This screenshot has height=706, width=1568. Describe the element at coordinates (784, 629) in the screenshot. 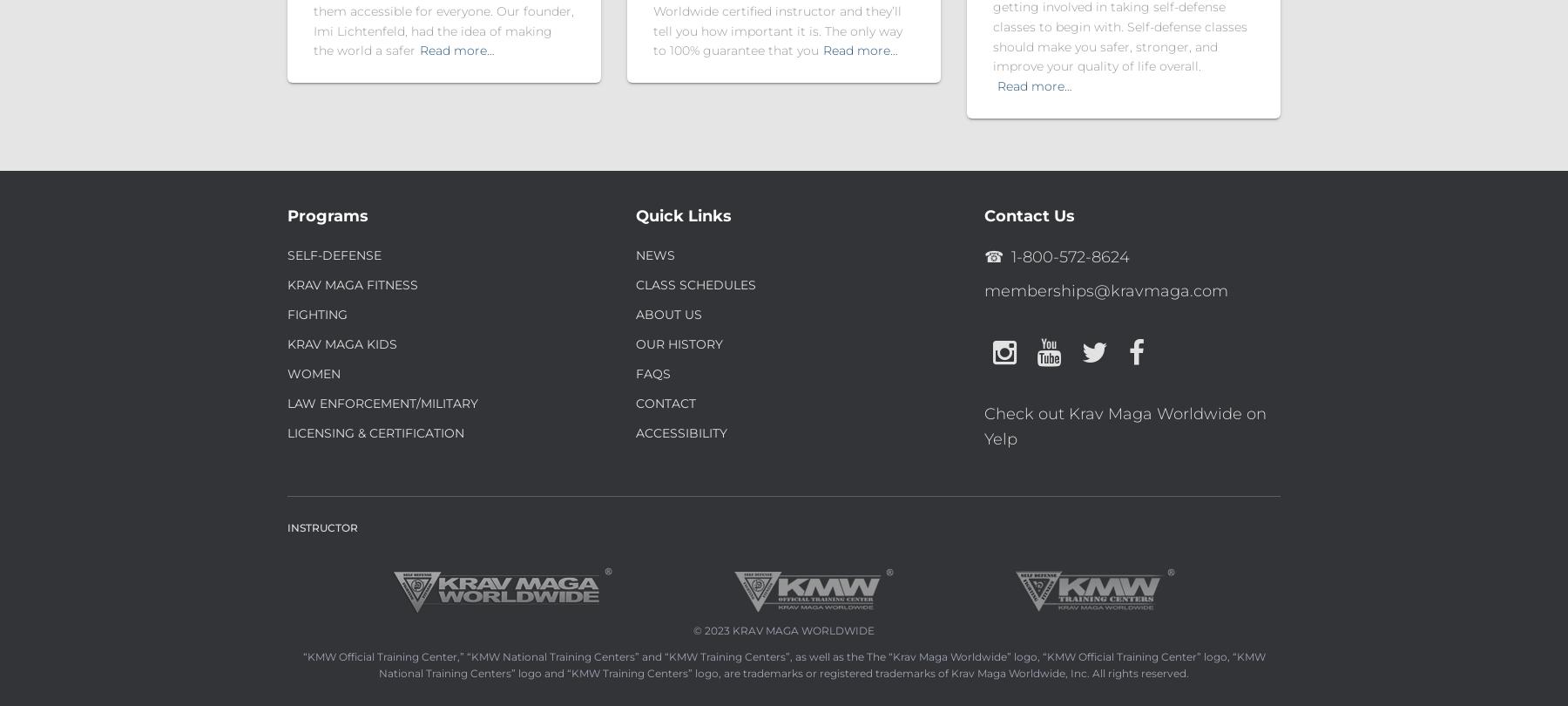

I see `'© 2023 KRAV MAGA WORLDWIDE'` at that location.